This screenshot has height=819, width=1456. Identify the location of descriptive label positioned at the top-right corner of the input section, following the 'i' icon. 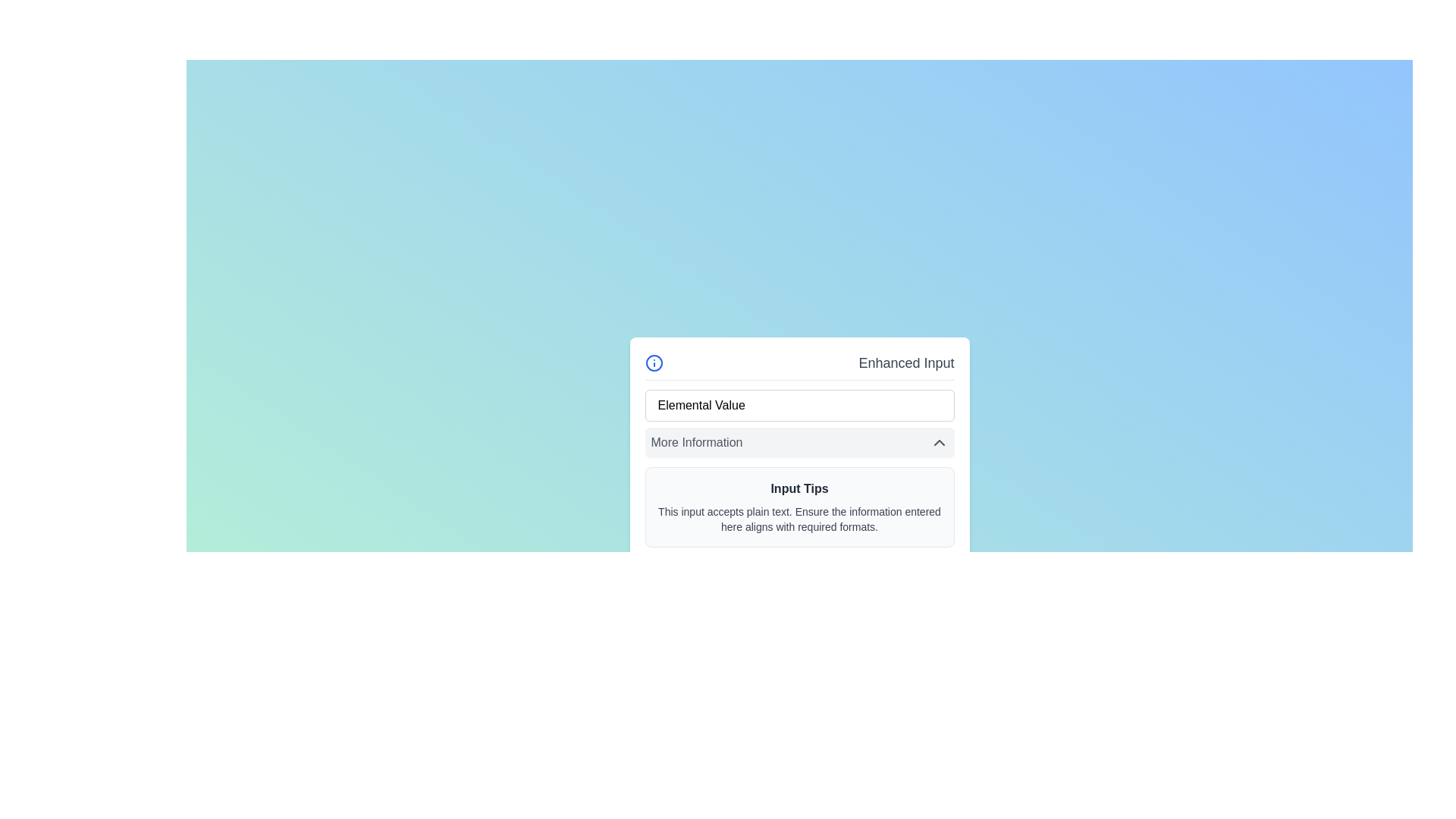
(906, 362).